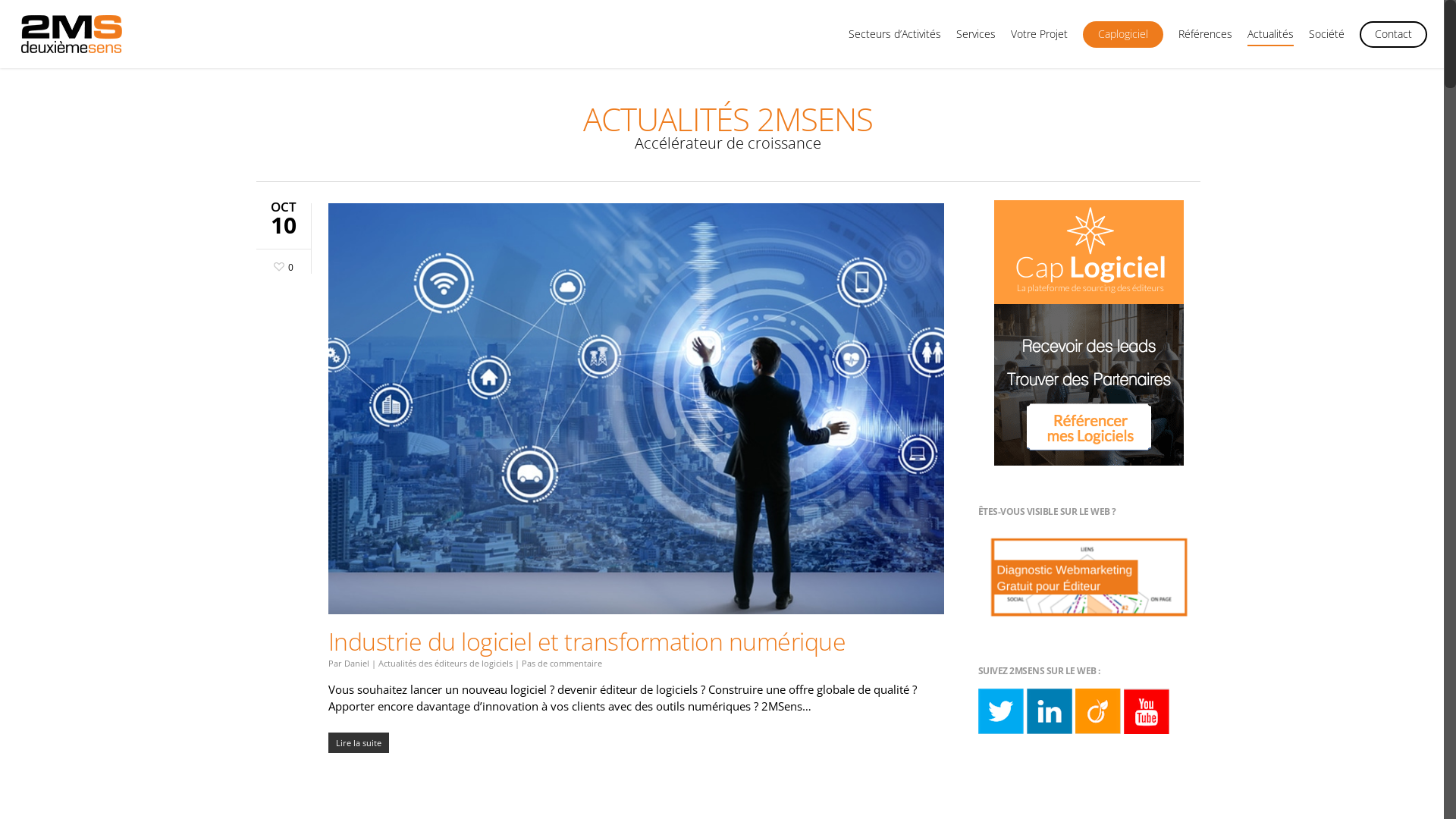  Describe the element at coordinates (560, 662) in the screenshot. I see `'Pas de commentaire'` at that location.